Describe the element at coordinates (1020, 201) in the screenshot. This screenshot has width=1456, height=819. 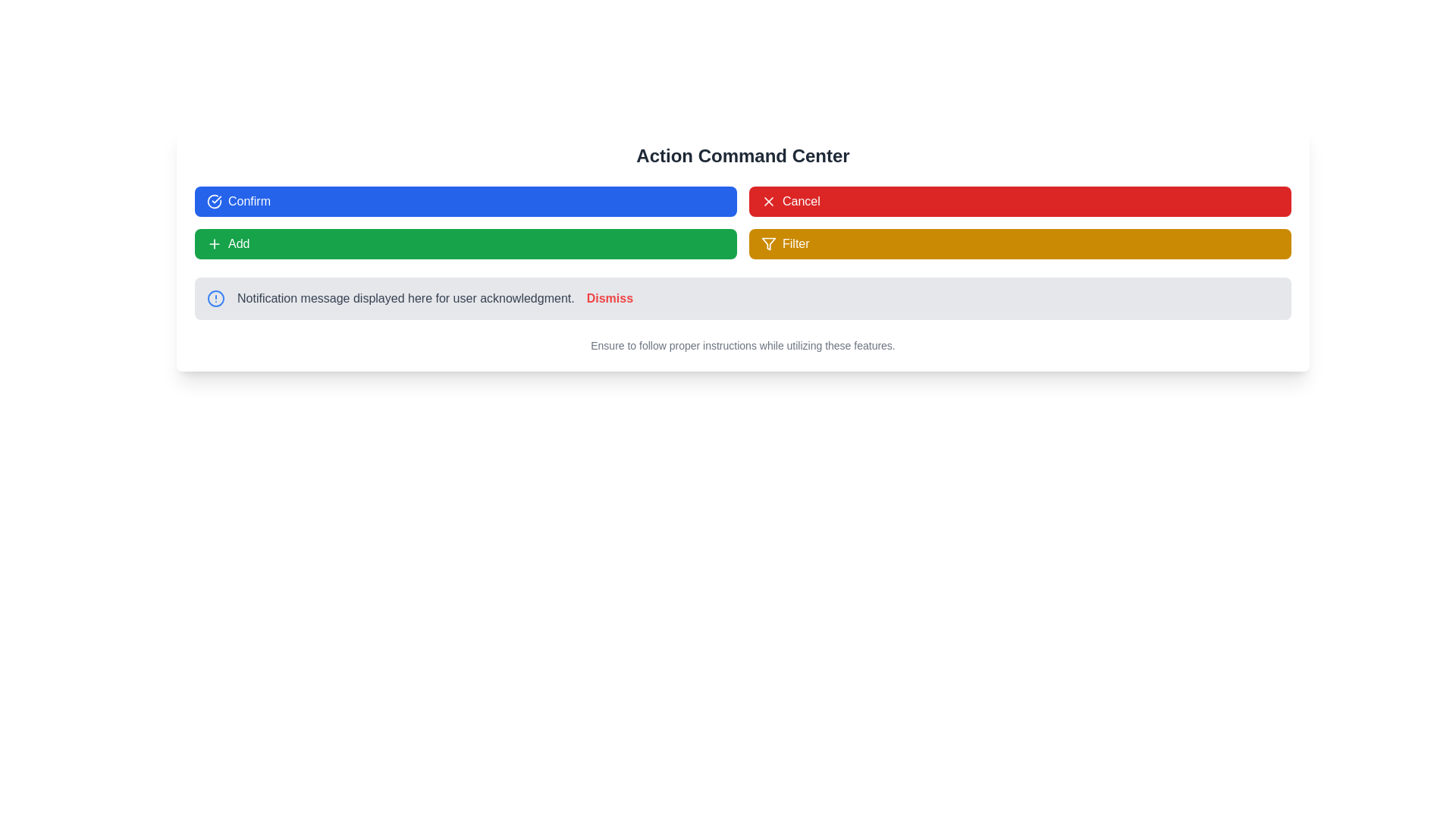
I see `the red 'Cancel' button with a white cross icon to observe its hover effect` at that location.